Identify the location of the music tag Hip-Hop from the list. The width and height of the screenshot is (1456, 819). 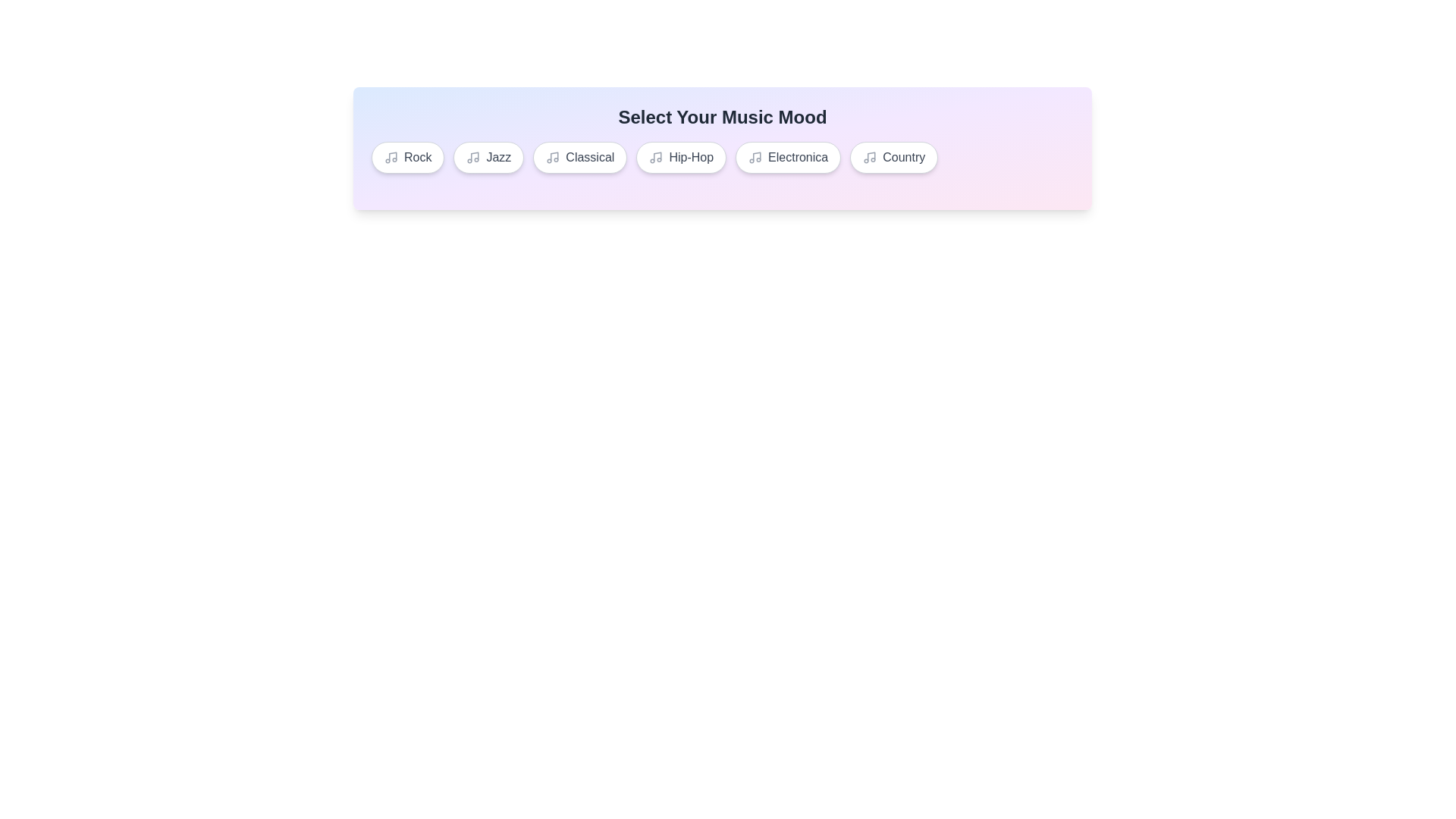
(679, 158).